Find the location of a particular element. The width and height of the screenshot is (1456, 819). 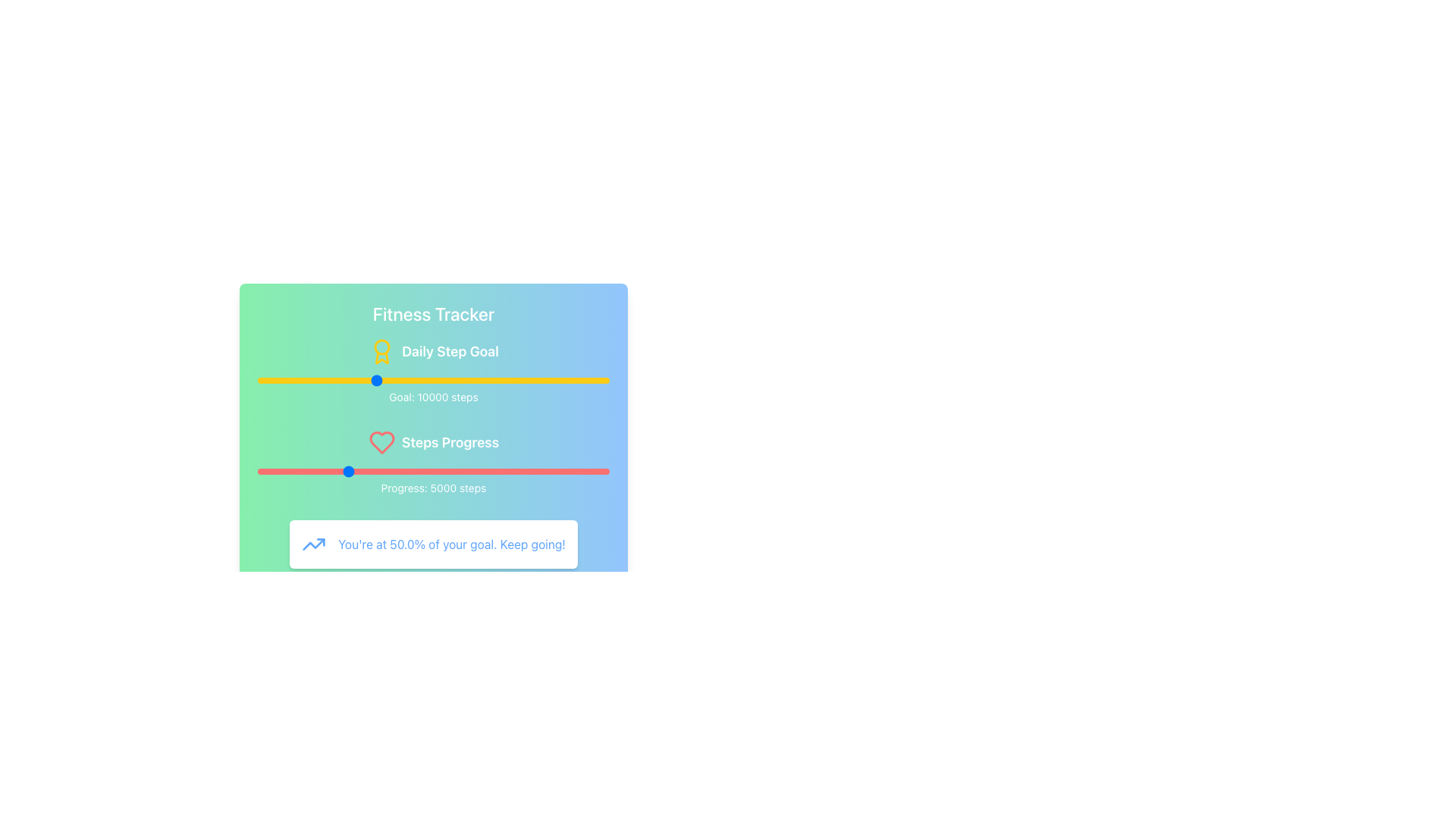

the horizontal red slider below the 'Steps Progress' text to set focus is located at coordinates (432, 470).